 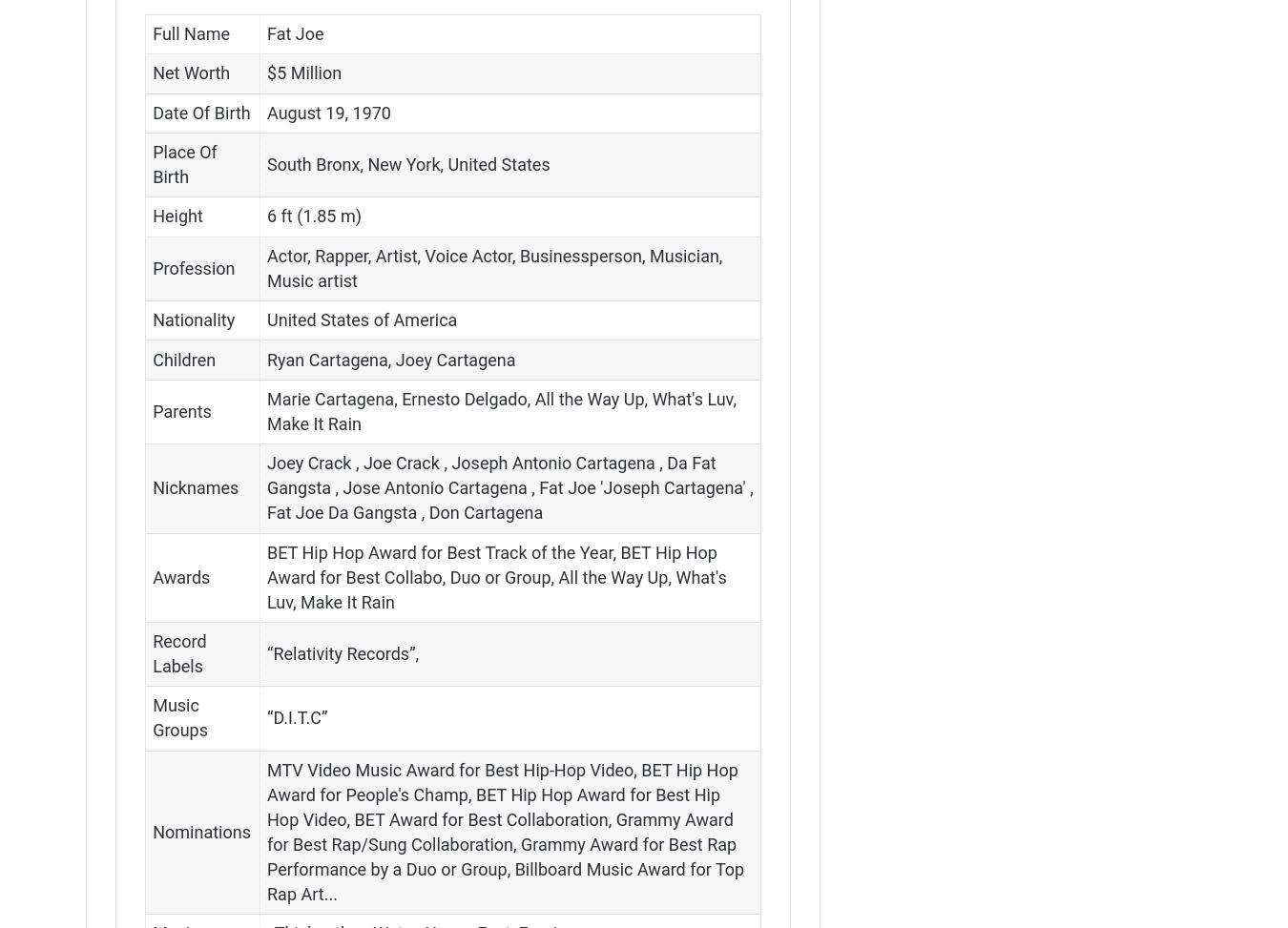 I want to click on 'South Bronx, New York, United States', so click(x=407, y=164).